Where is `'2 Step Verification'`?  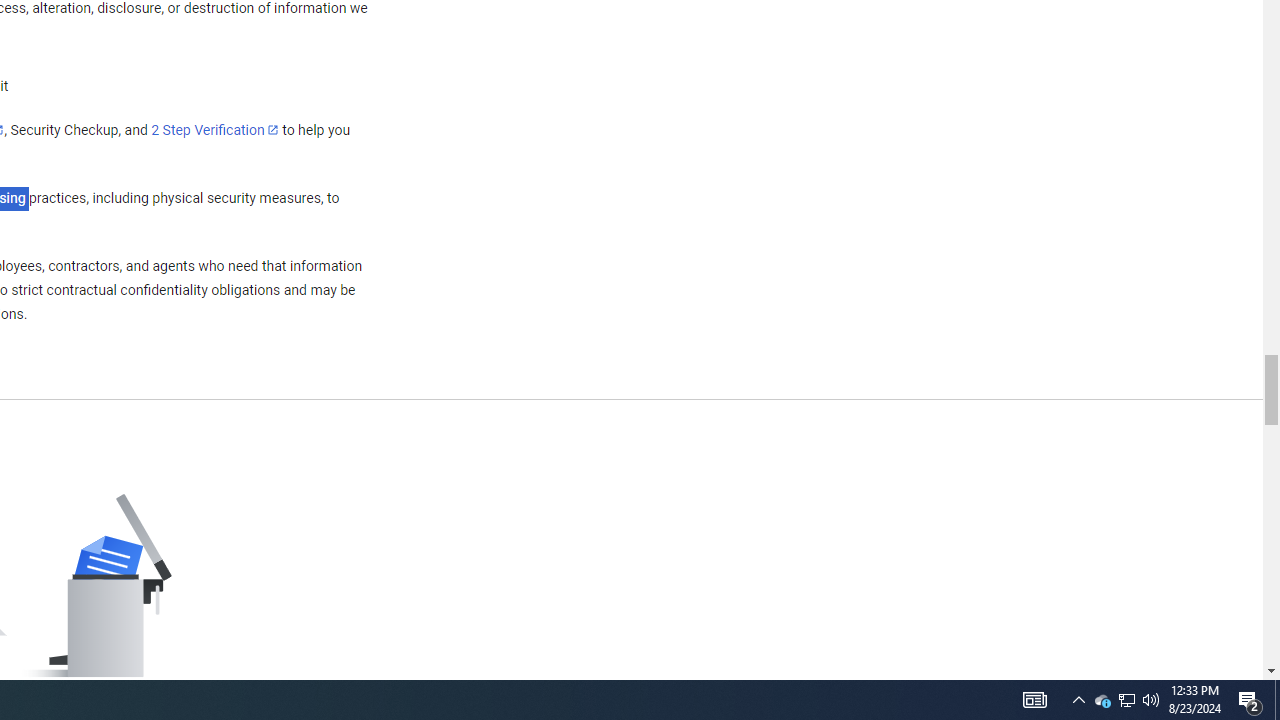
'2 Step Verification' is located at coordinates (215, 129).